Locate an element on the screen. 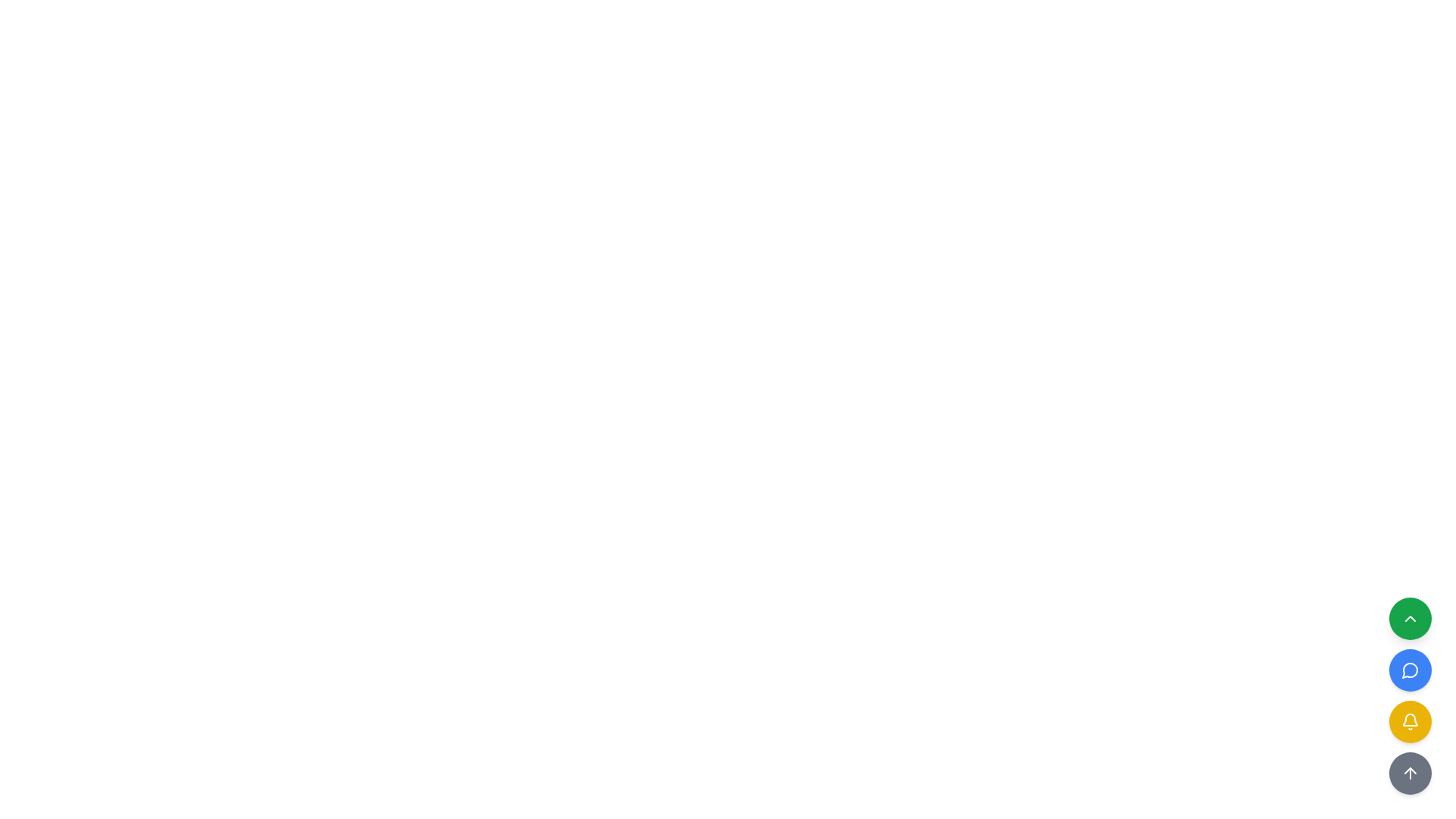 This screenshot has width=1456, height=819. the lower portion of the yellow bell icon is located at coordinates (1410, 719).